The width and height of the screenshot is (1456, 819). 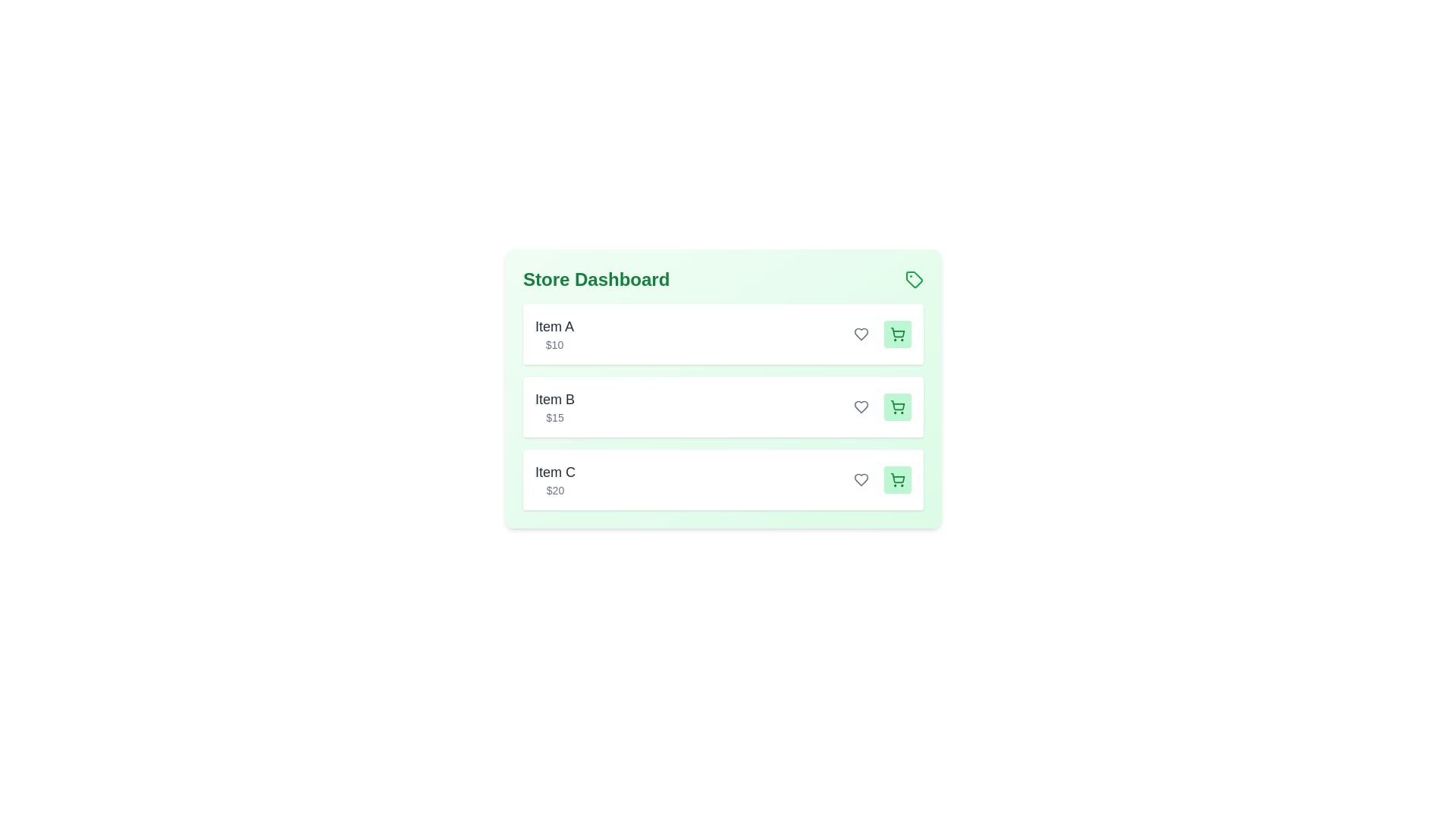 What do you see at coordinates (913, 280) in the screenshot?
I see `the tag icon with a hollow outline and a small green circle inside, located at the far-right of the header row labeled 'Store Dashboard'` at bounding box center [913, 280].